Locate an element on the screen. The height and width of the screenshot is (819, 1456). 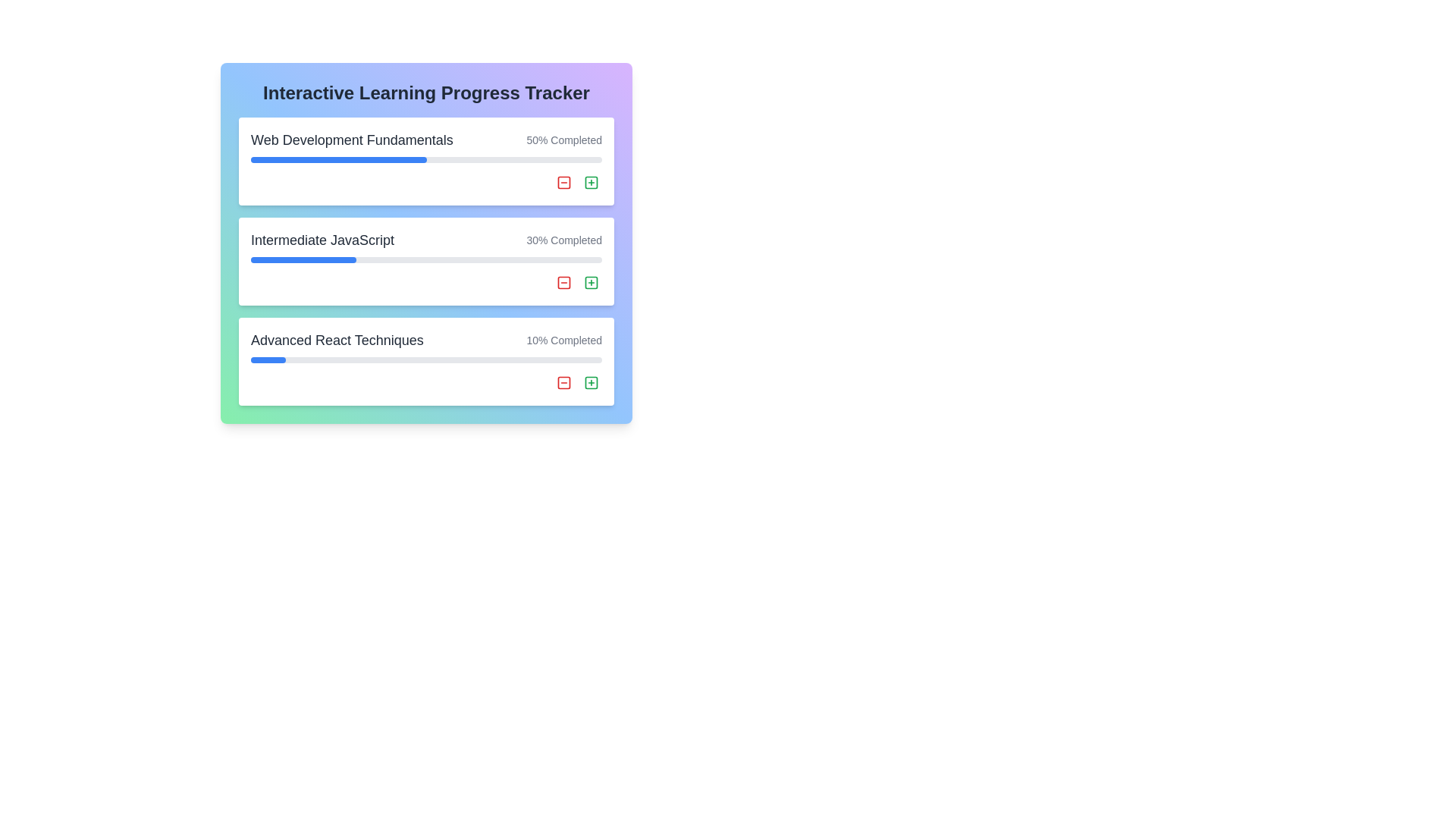
the decrement button located at the bottom-right corner of the 'Advanced React Techniques' section is located at coordinates (563, 382).